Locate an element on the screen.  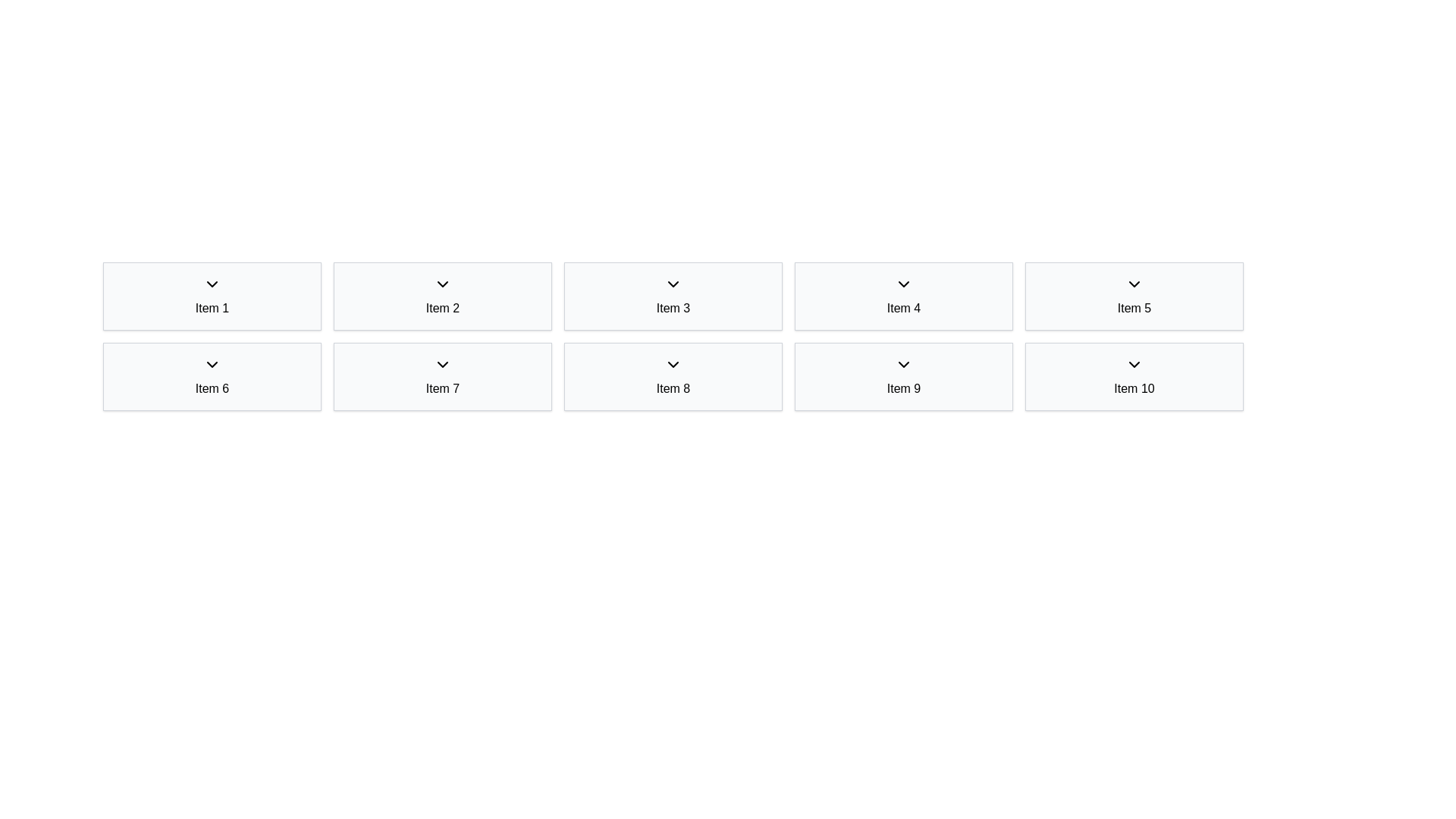
the static text label that identifies the item as 'Item 4', located in the first row, fourth position from the left is located at coordinates (903, 308).